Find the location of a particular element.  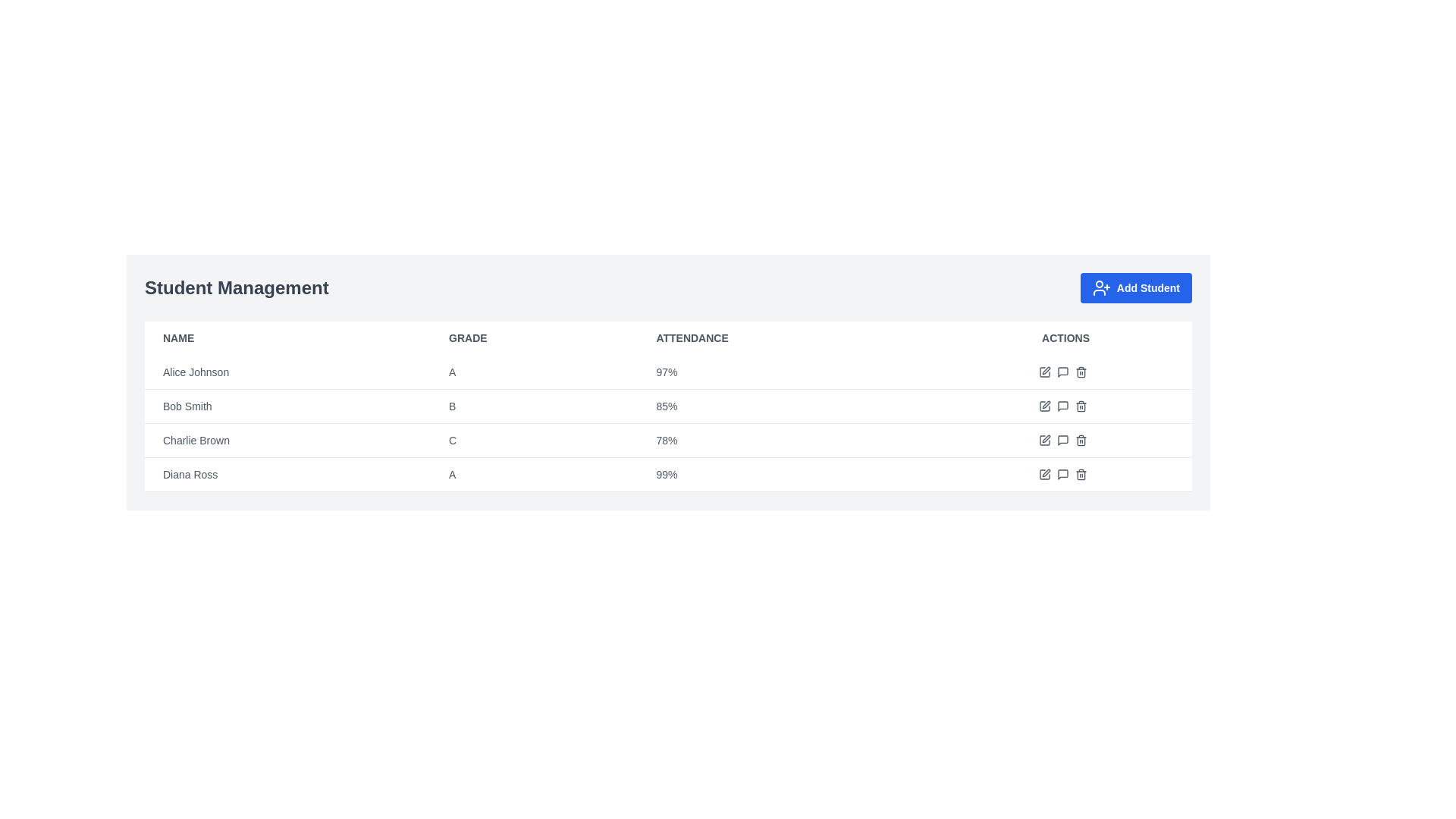

the comment icon related to the 'Charlie Brown' record in the Actions column is located at coordinates (1062, 441).